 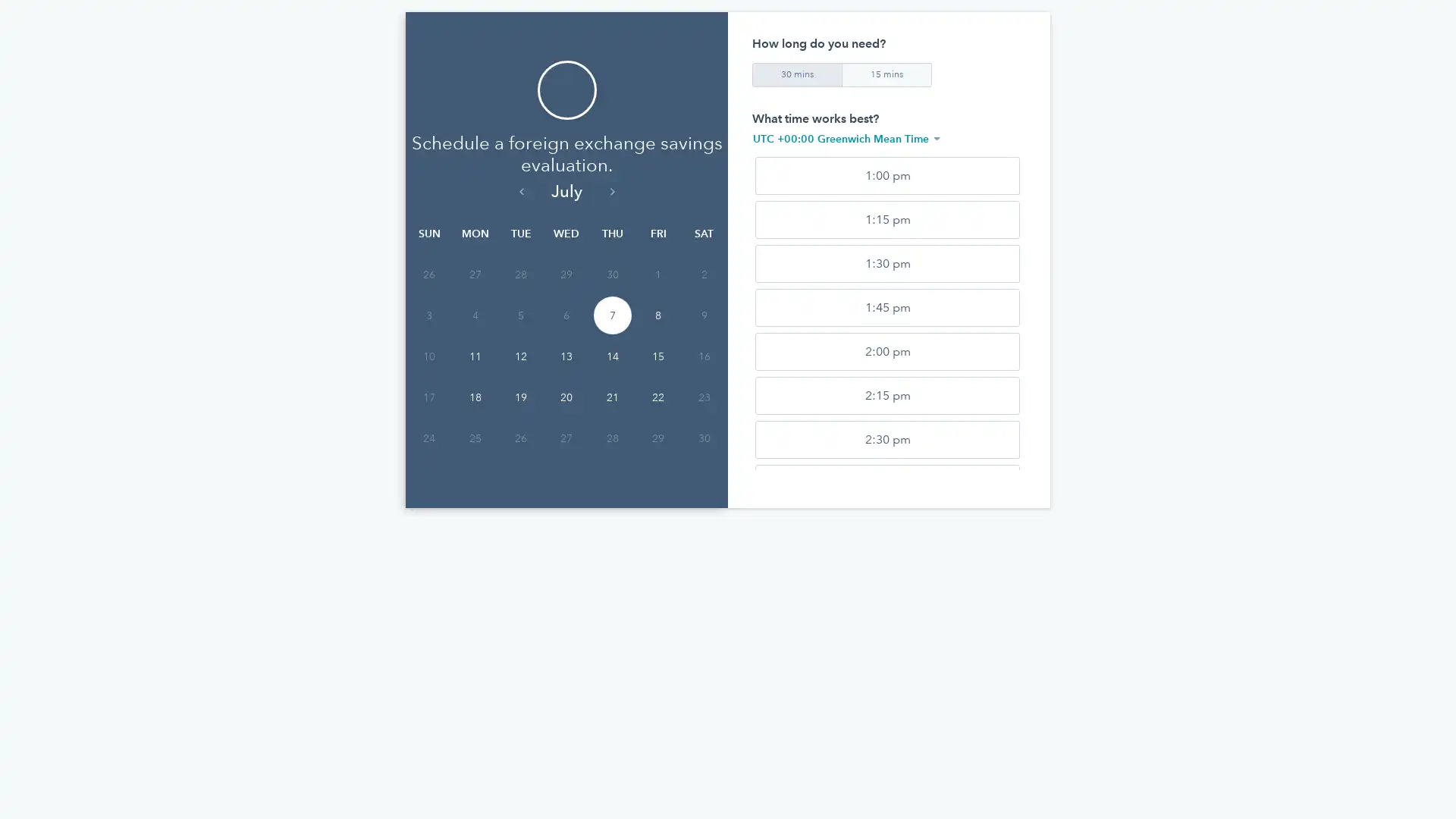 What do you see at coordinates (520, 275) in the screenshot?
I see `June 28th` at bounding box center [520, 275].